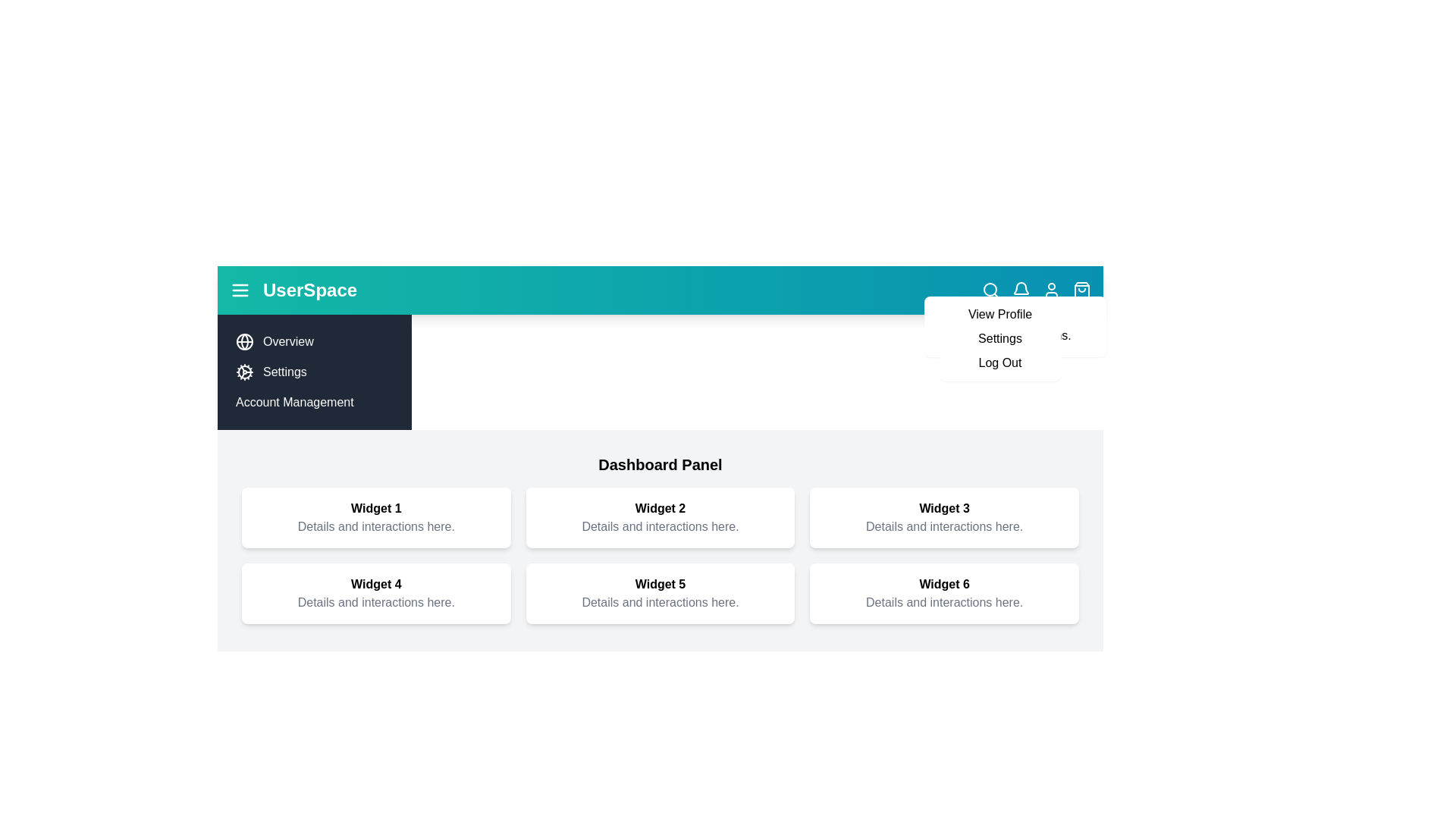 The height and width of the screenshot is (819, 1456). Describe the element at coordinates (1000, 362) in the screenshot. I see `the 'Log Out' text link, which is the last item in a vertical list of options within a dropdown menu in the upper-right corner of the interface` at that location.